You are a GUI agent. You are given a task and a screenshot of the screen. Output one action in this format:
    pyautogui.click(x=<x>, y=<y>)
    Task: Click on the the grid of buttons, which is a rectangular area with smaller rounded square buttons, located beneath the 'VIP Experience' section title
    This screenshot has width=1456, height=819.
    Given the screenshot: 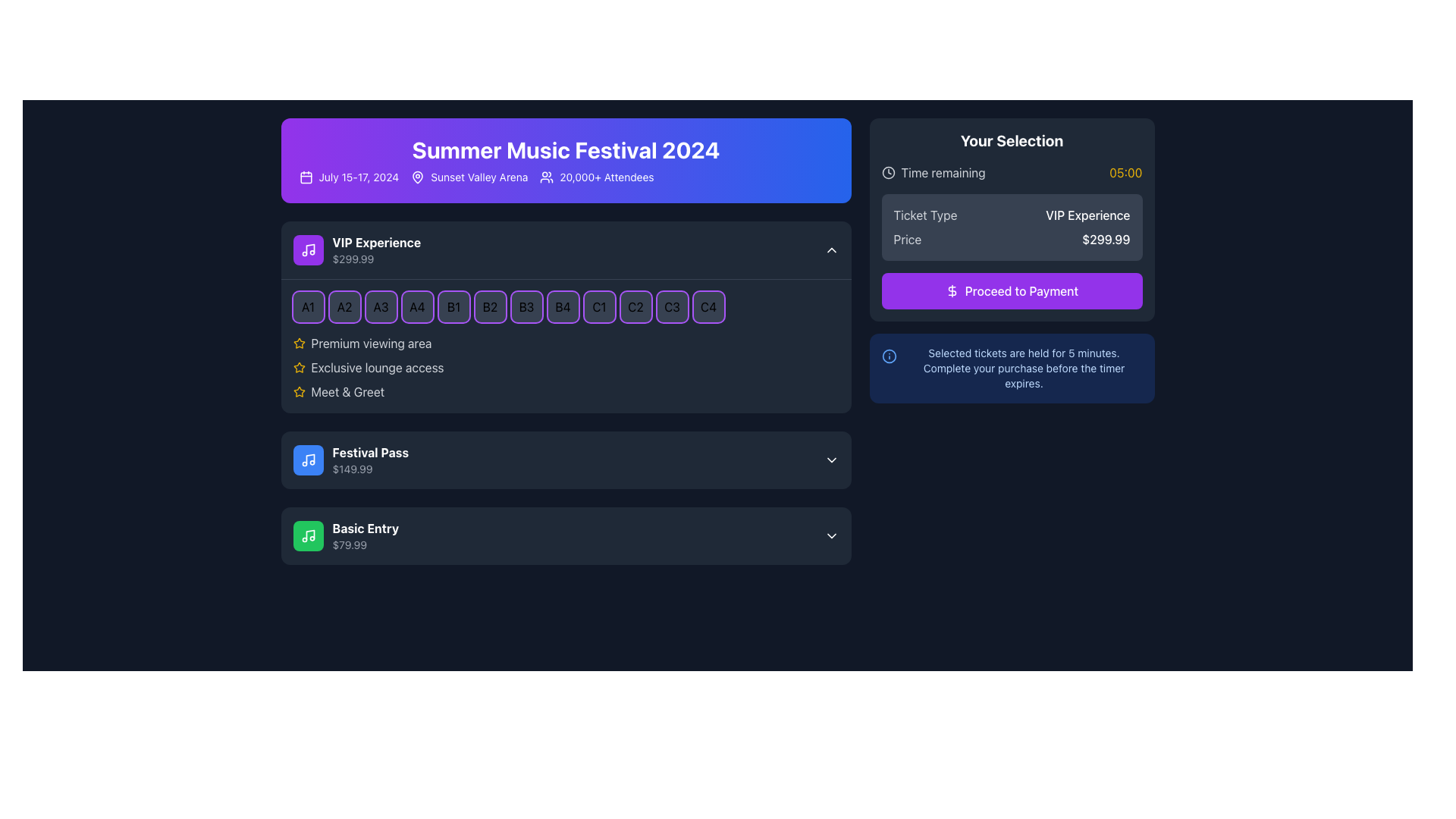 What is the action you would take?
    pyautogui.click(x=565, y=307)
    